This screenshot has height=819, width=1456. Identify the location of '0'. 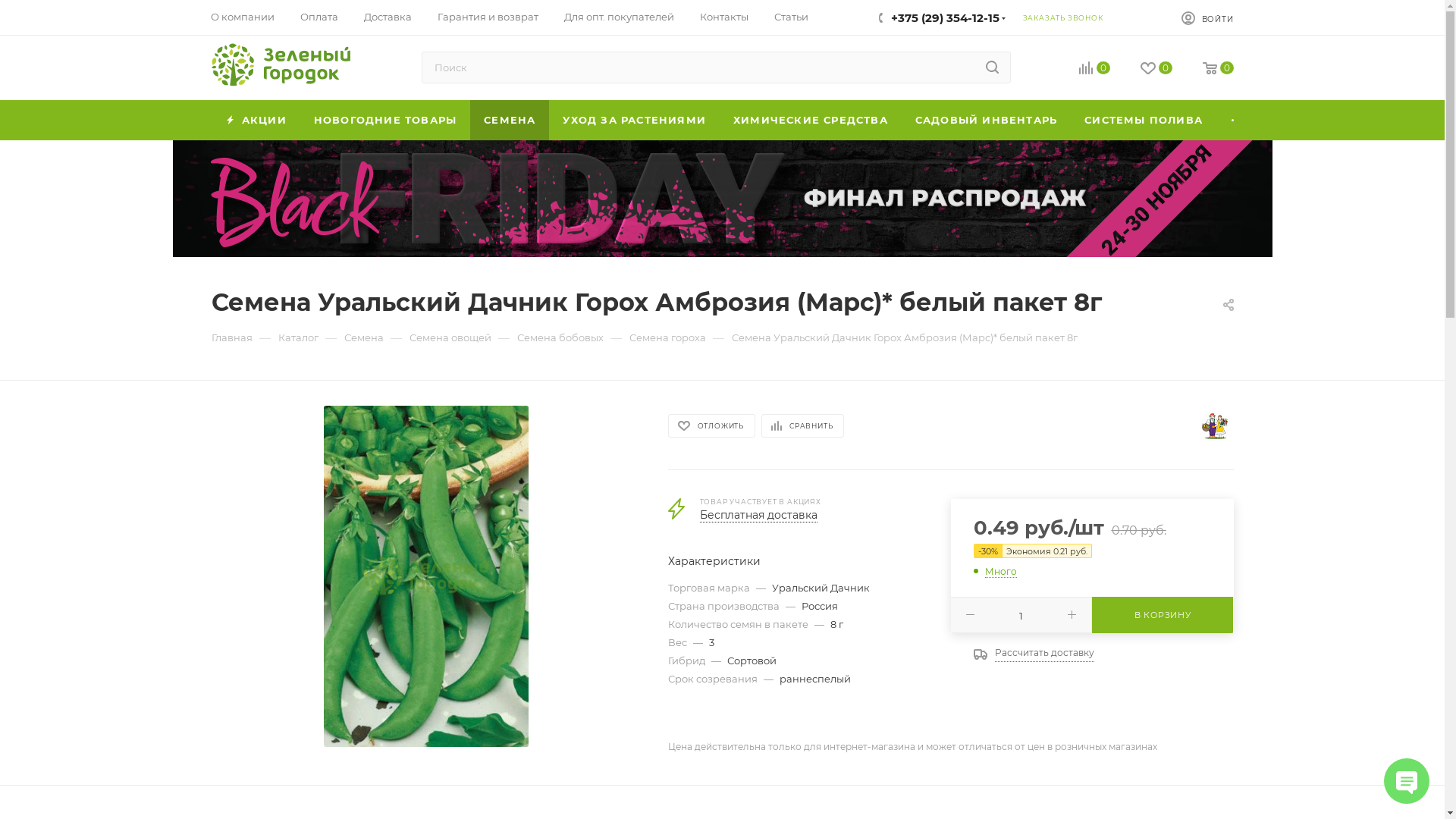
(1156, 69).